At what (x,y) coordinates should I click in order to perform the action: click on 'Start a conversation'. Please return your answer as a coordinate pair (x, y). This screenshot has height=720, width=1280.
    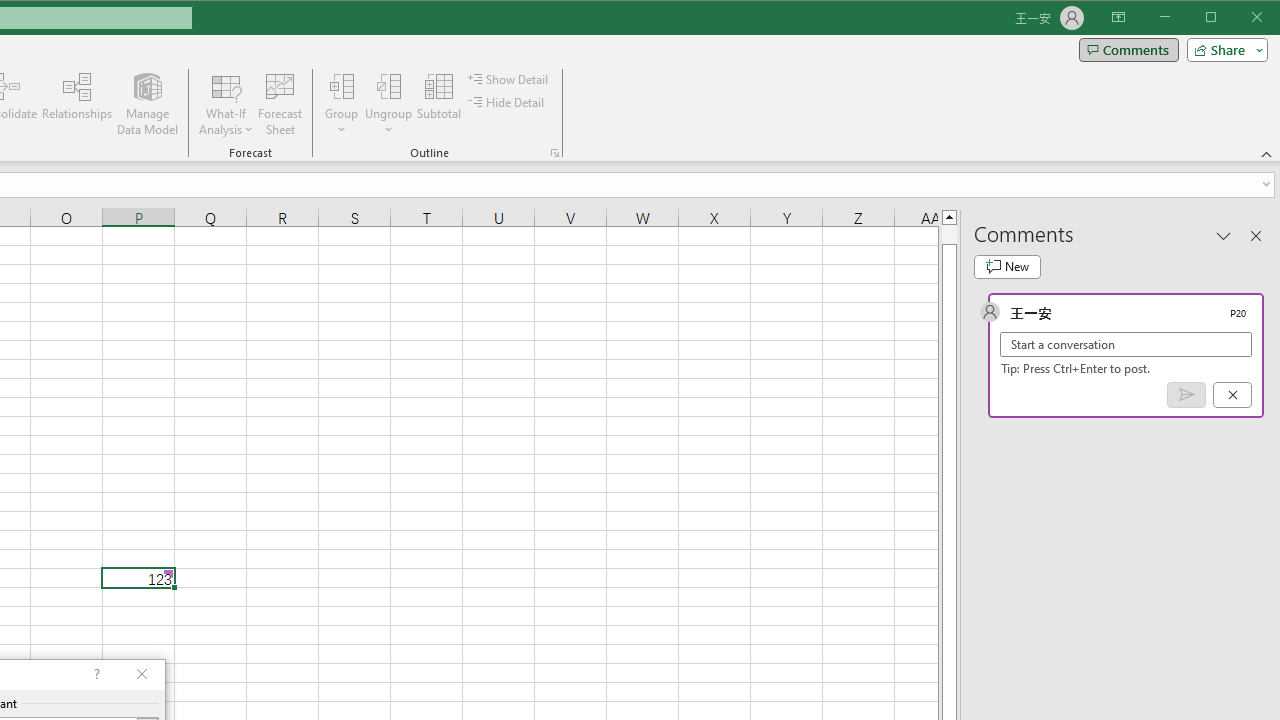
    Looking at the image, I should click on (1126, 343).